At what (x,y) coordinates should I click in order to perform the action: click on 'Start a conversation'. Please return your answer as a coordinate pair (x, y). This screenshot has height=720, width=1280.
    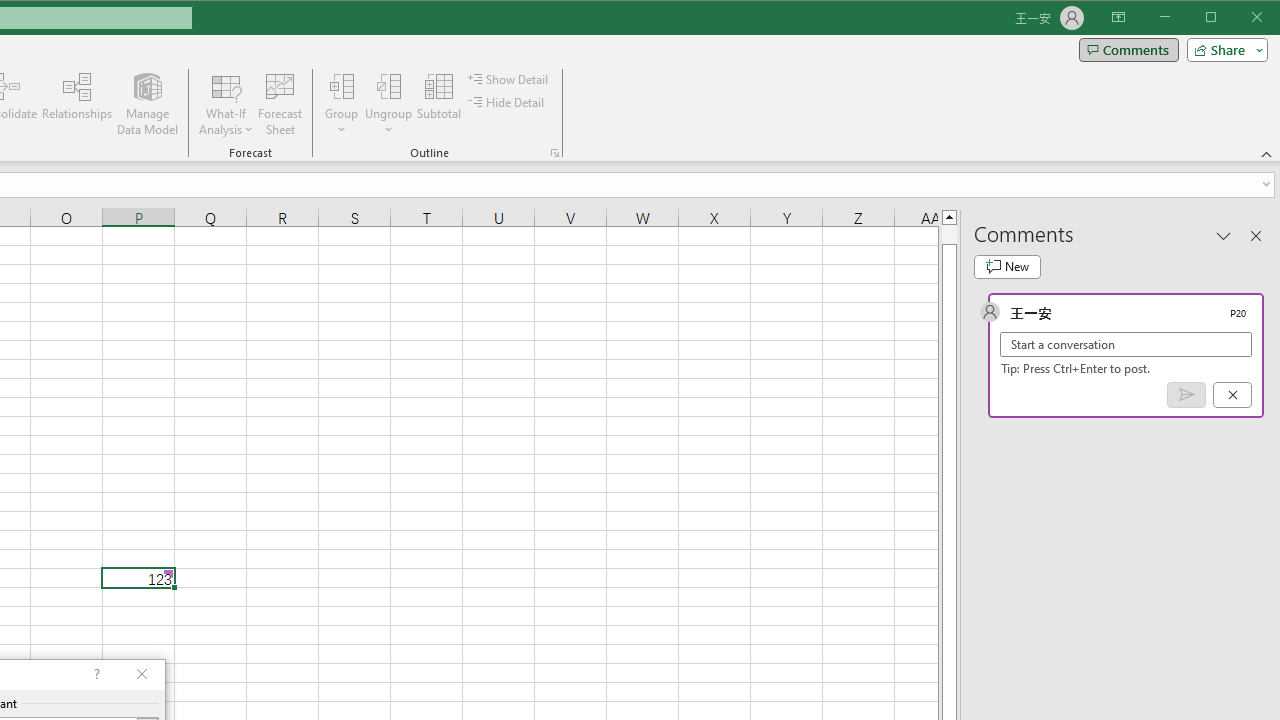
    Looking at the image, I should click on (1126, 343).